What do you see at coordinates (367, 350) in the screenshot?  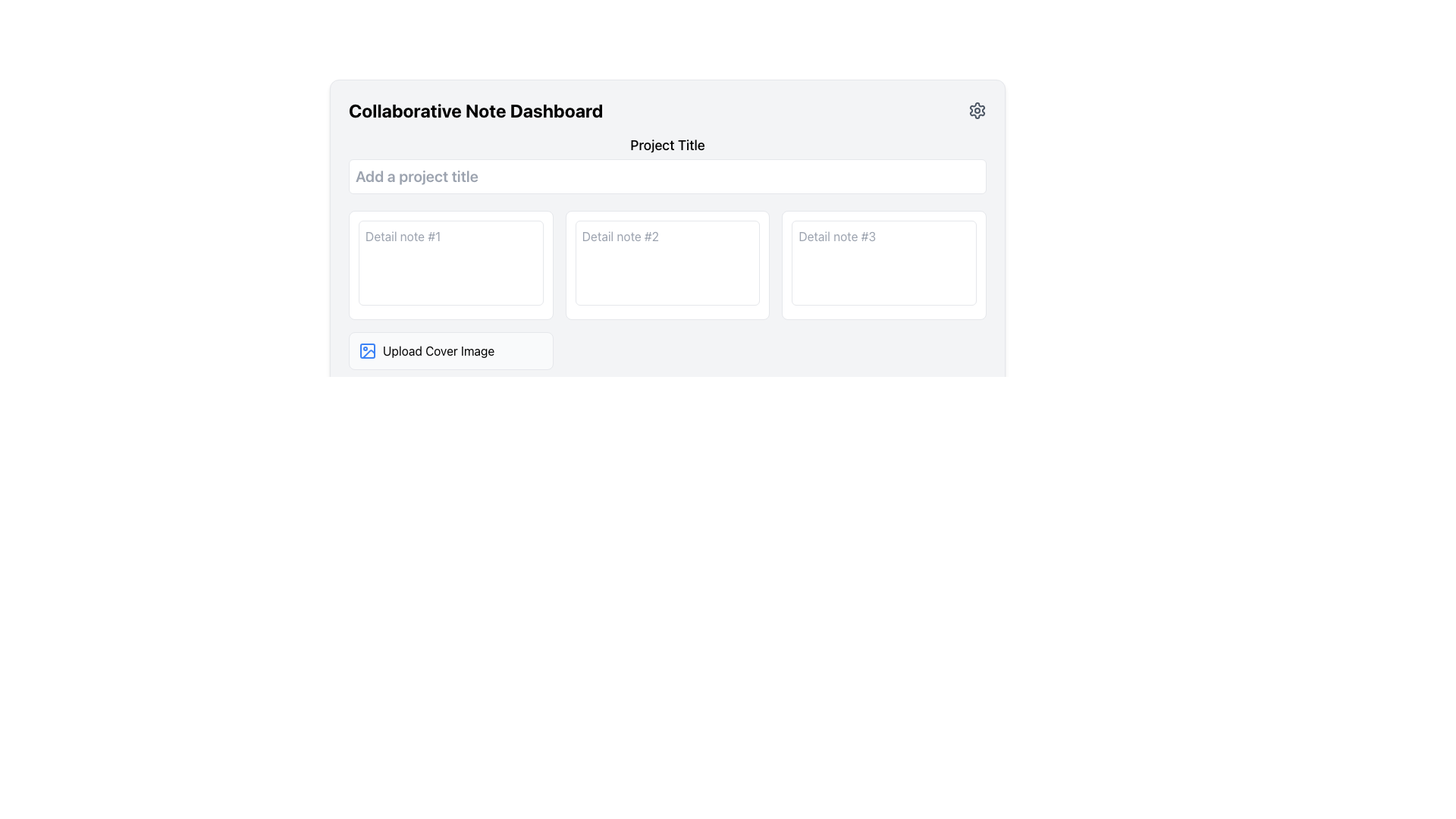 I see `the 'Upload Cover Image' icon, which is located at the left side of the text label` at bounding box center [367, 350].